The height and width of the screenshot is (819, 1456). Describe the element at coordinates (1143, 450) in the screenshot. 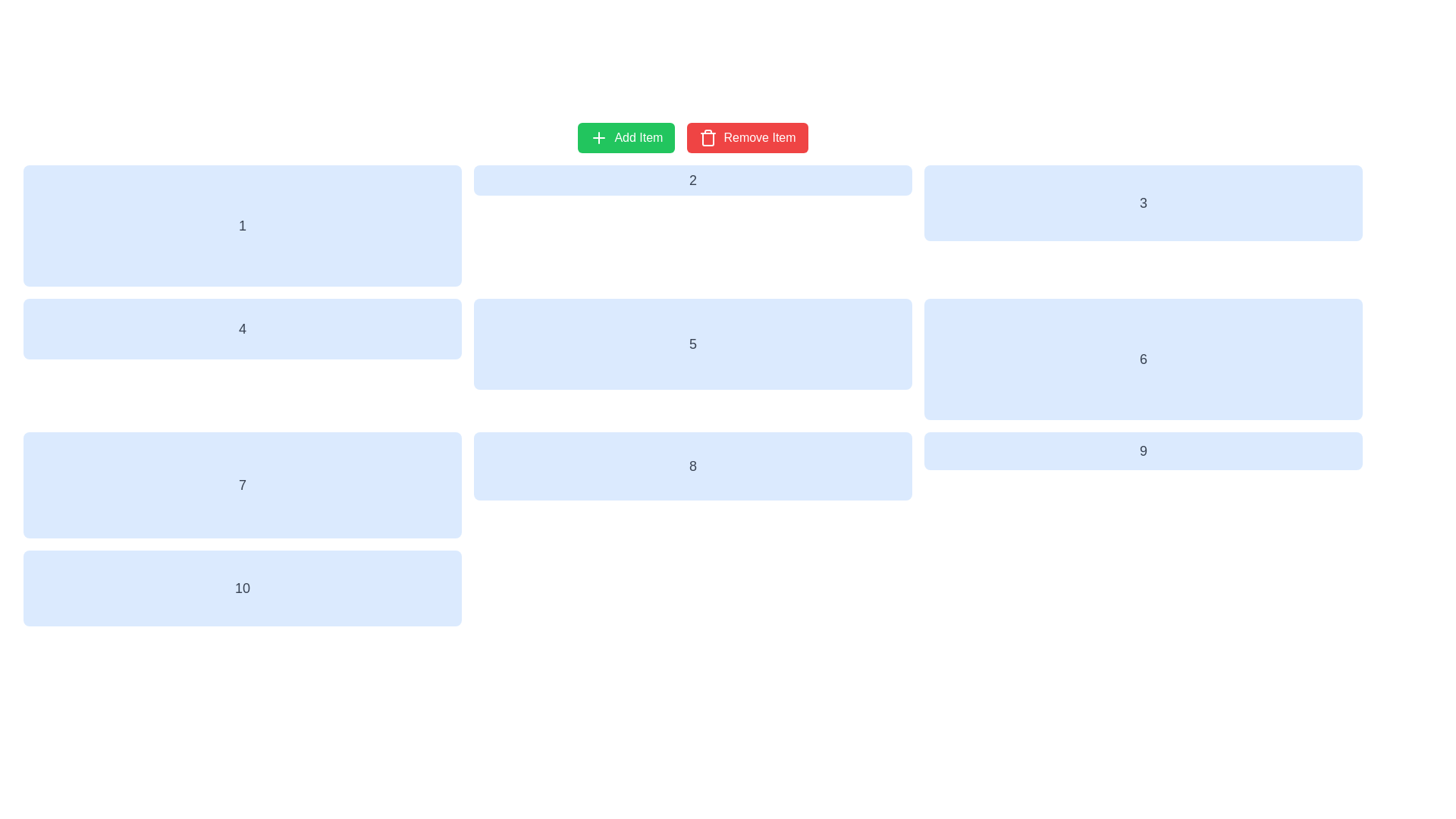

I see `the static text label displaying numerical or item representation, located in the third column of the fourth row of a 3-column grid layout, which is the ninth item with '6' above and '10' below` at that location.